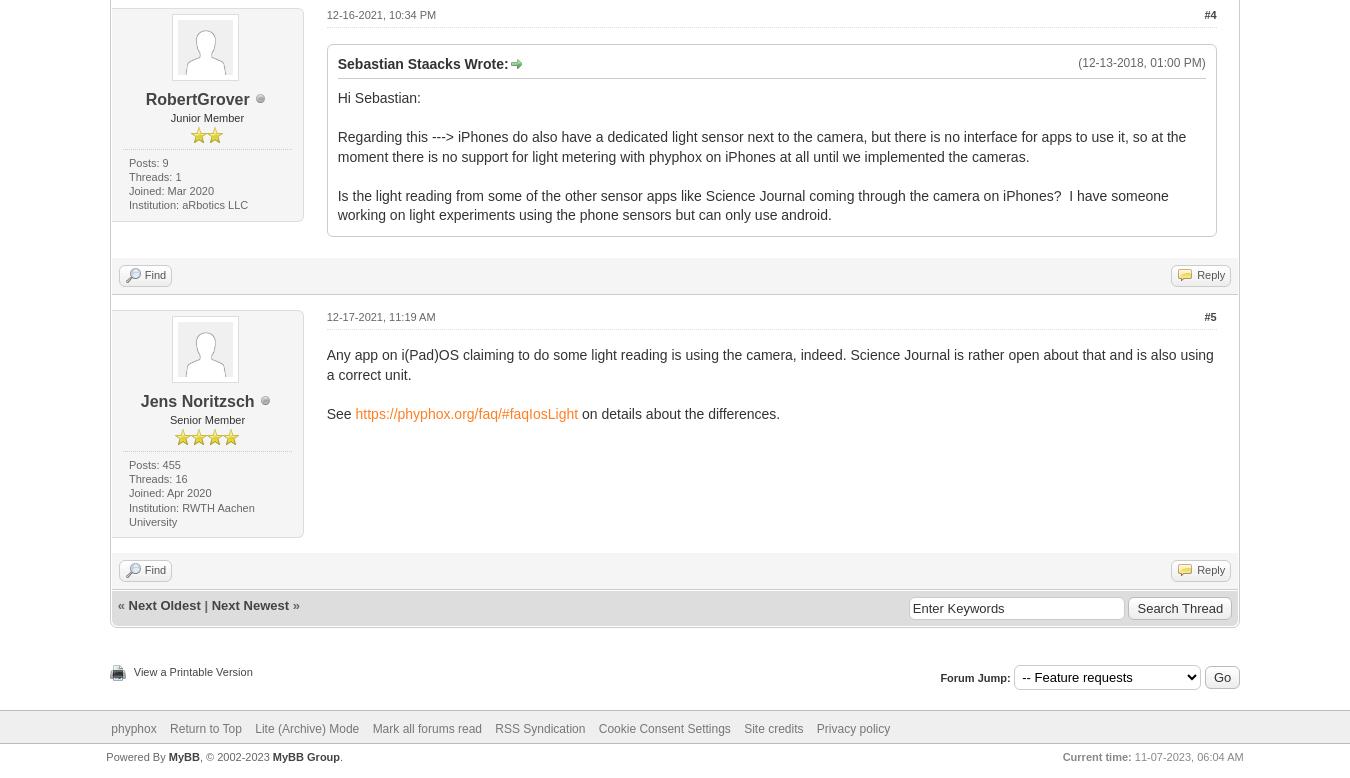  What do you see at coordinates (335, 96) in the screenshot?
I see `'Hi Sebastian:'` at bounding box center [335, 96].